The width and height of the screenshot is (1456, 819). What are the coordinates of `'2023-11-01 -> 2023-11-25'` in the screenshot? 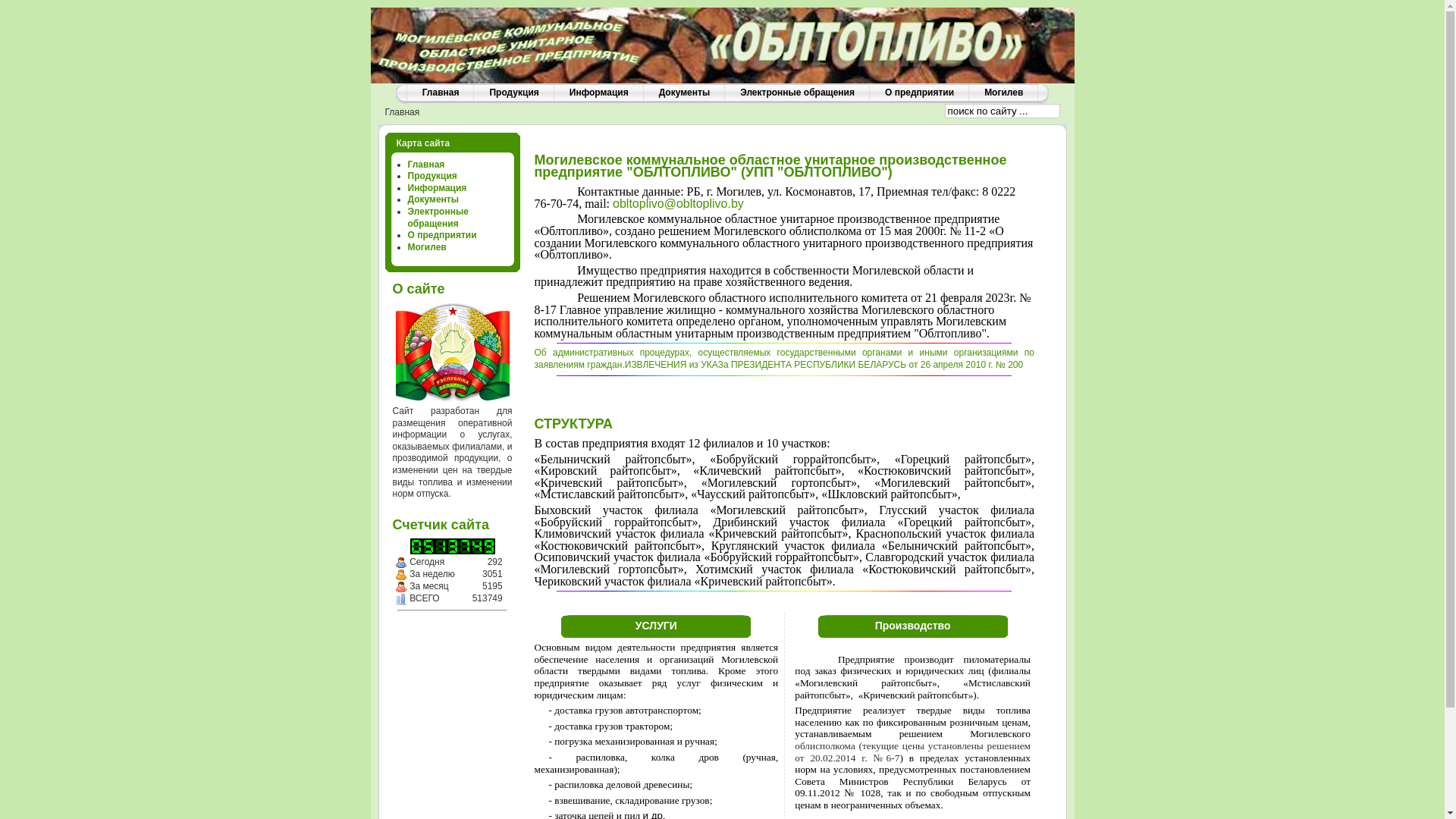 It's located at (400, 586).